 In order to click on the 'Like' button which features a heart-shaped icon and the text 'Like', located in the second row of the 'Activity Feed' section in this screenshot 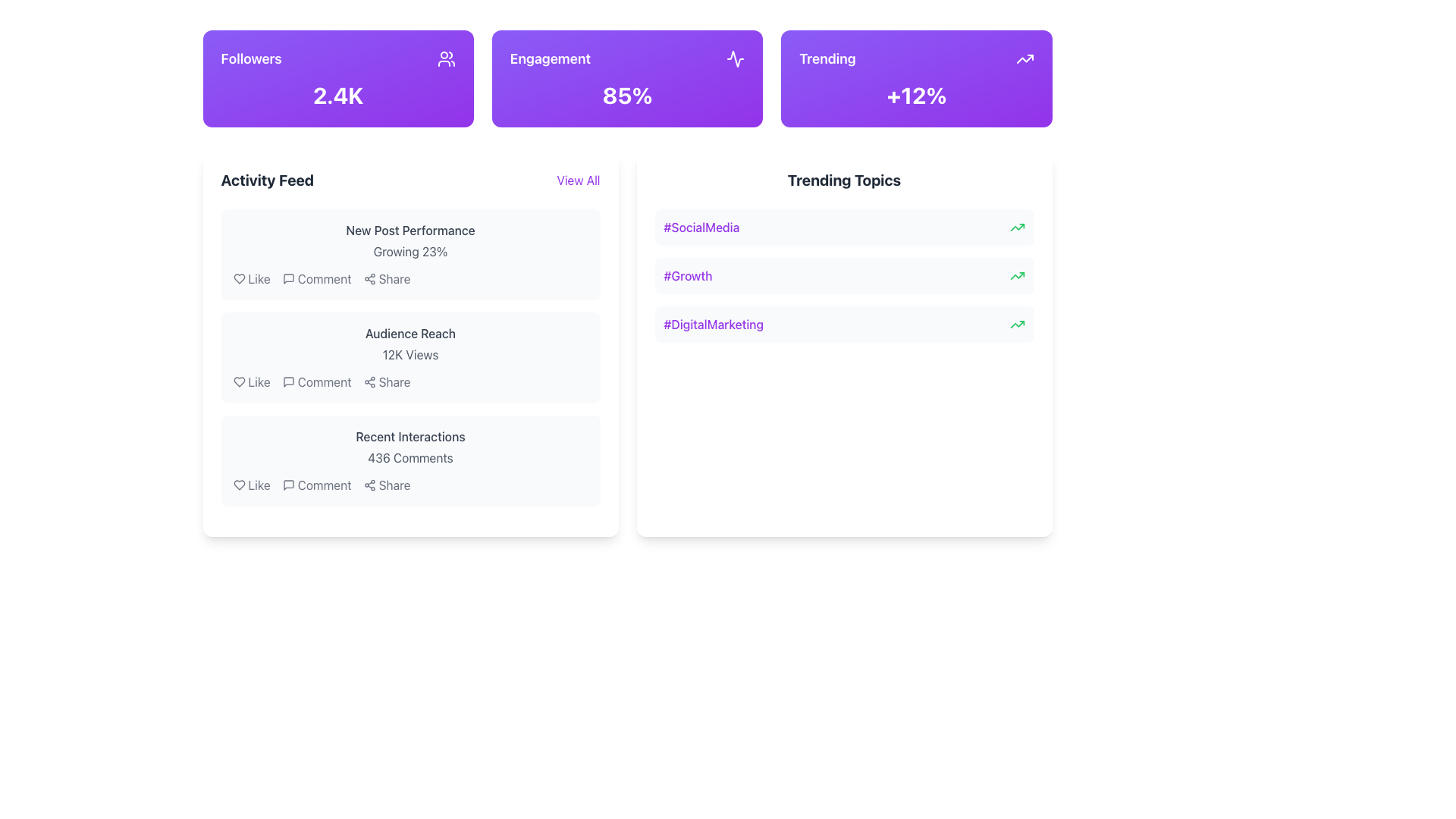, I will do `click(252, 381)`.